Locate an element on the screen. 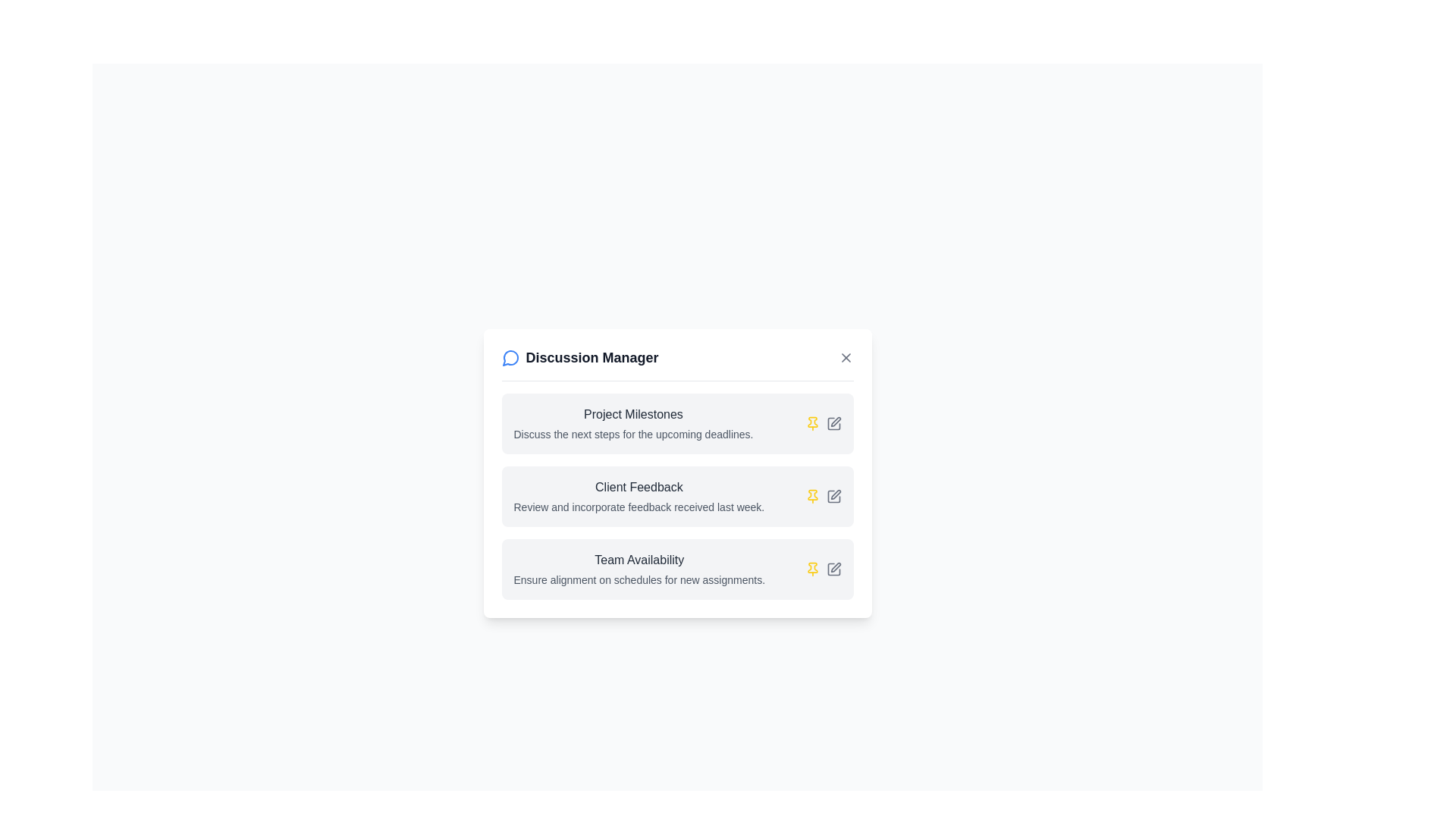 The height and width of the screenshot is (819, 1456). title text of the third card in the 'Discussion Manager' interface, which is located above the description text 'Ensure alignment on schedules for new assignments.' is located at coordinates (639, 560).